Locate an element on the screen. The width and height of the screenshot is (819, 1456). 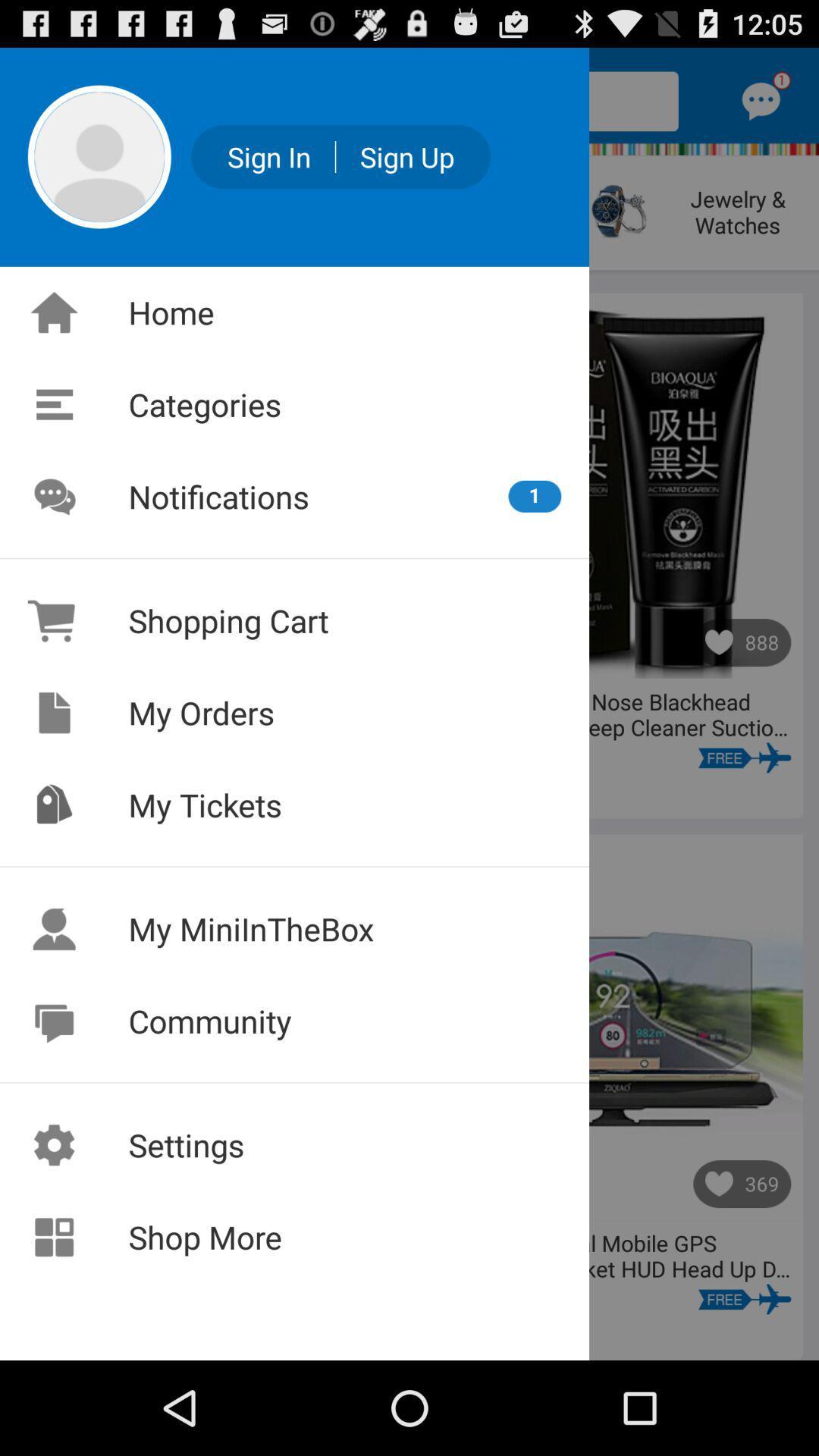
the chat icon is located at coordinates (761, 108).